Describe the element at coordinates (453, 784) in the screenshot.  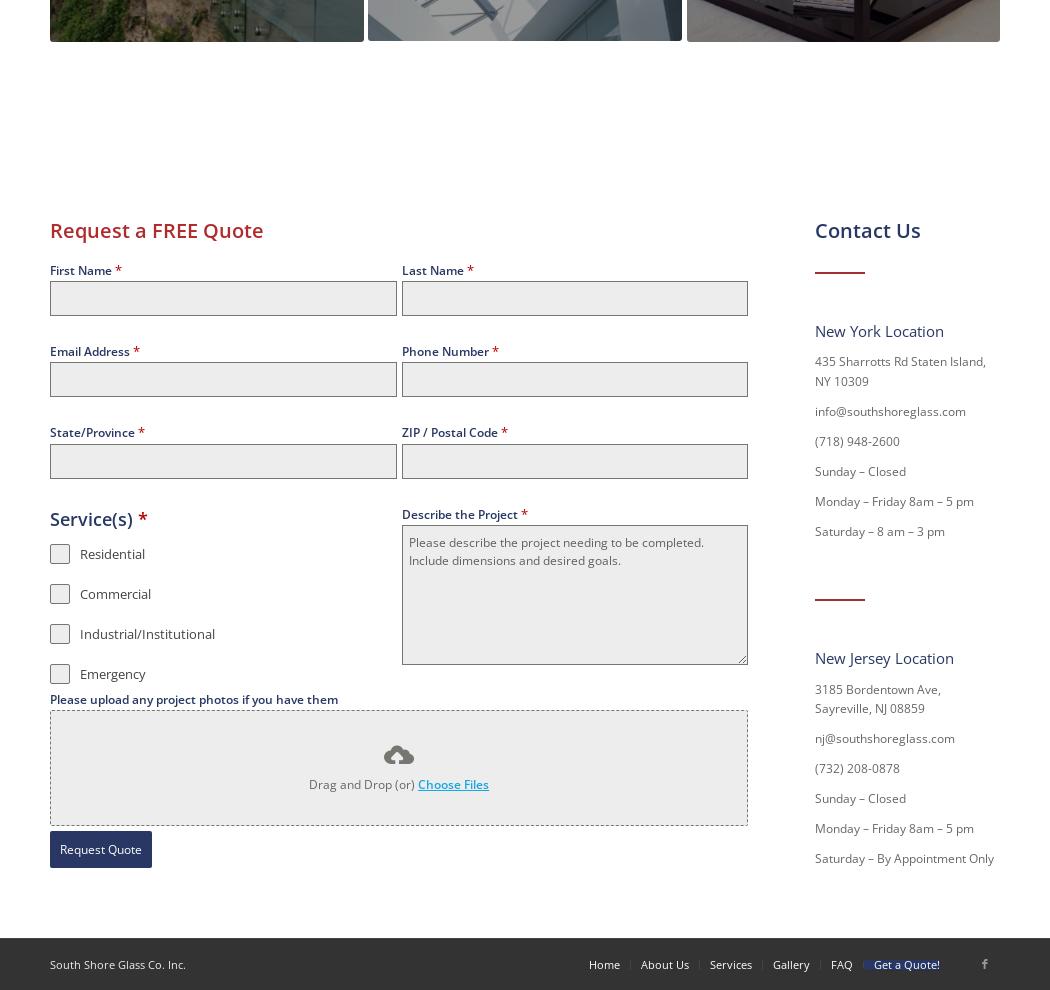
I see `'Choose Files'` at that location.